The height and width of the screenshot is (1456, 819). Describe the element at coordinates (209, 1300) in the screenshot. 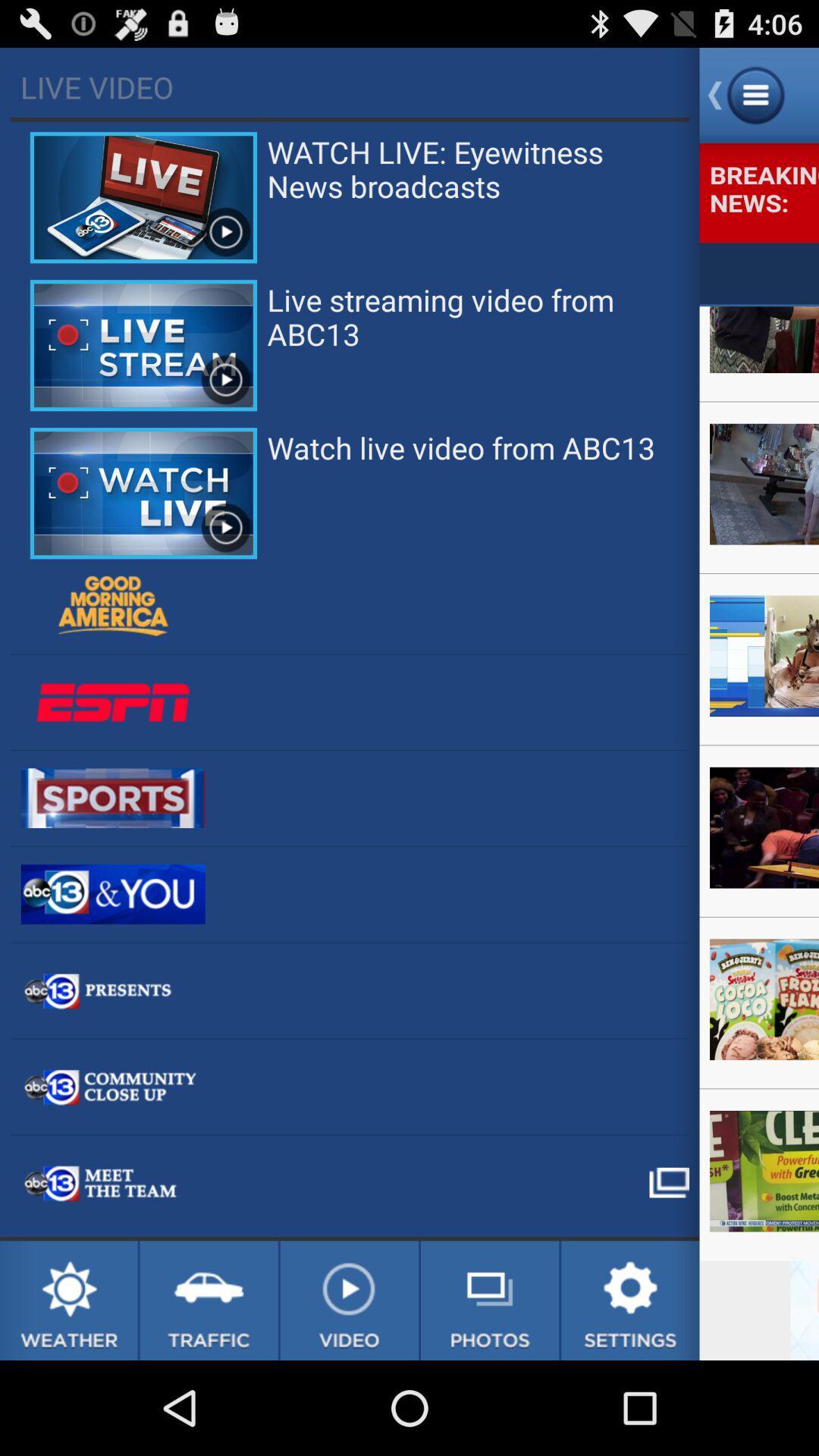

I see `traffic news` at that location.